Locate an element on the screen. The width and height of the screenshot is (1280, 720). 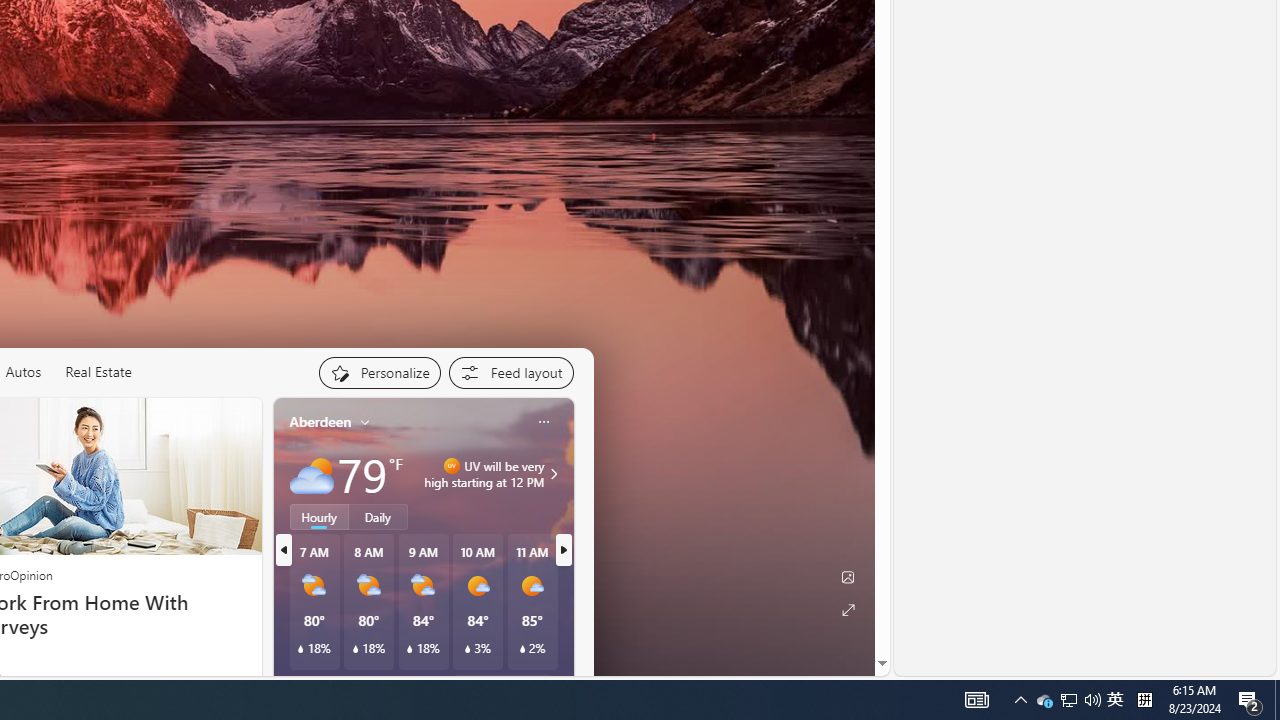
'Personalize your feed"' is located at coordinates (379, 372).